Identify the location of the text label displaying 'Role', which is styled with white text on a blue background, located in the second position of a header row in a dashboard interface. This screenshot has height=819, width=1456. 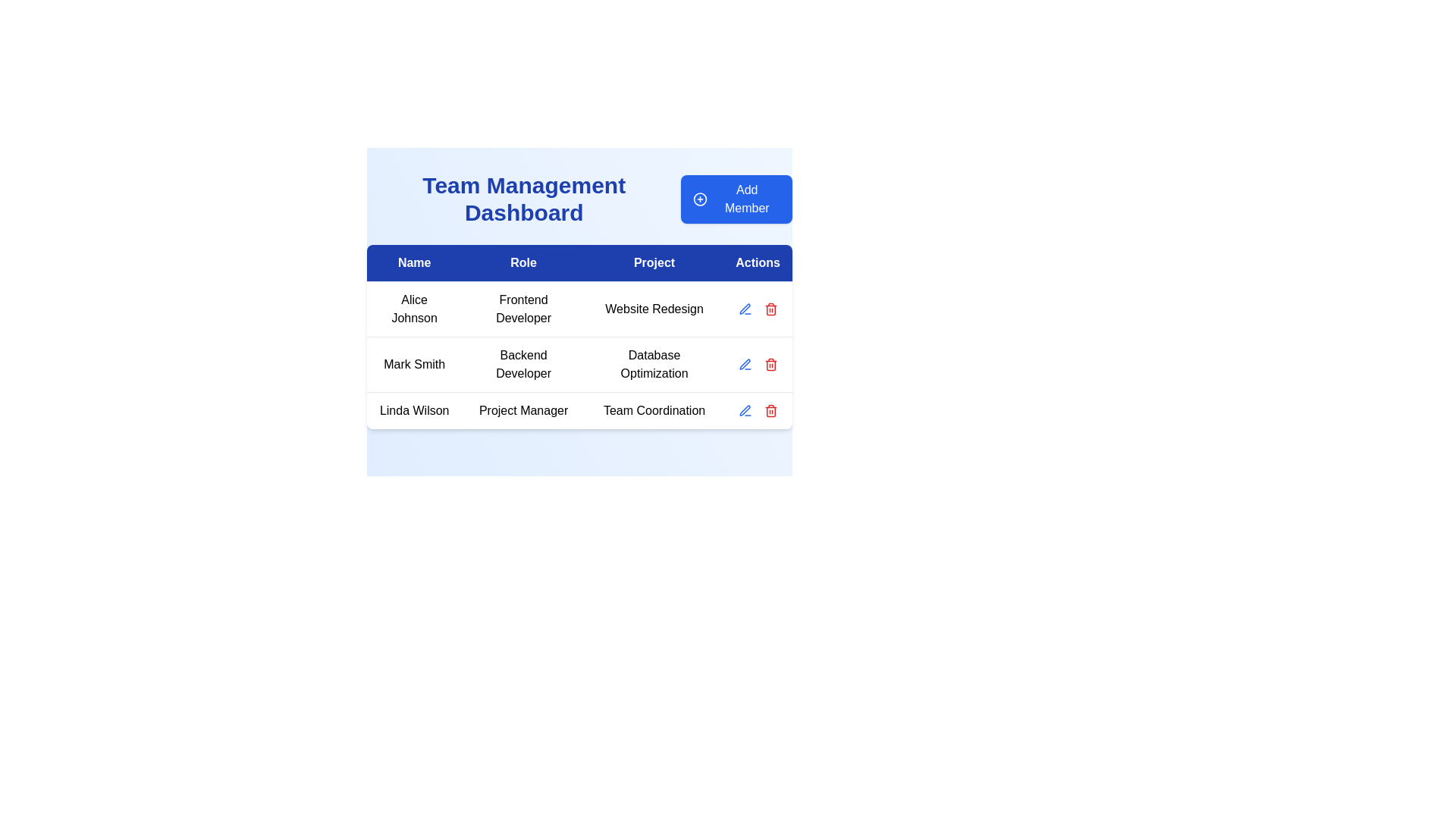
(523, 262).